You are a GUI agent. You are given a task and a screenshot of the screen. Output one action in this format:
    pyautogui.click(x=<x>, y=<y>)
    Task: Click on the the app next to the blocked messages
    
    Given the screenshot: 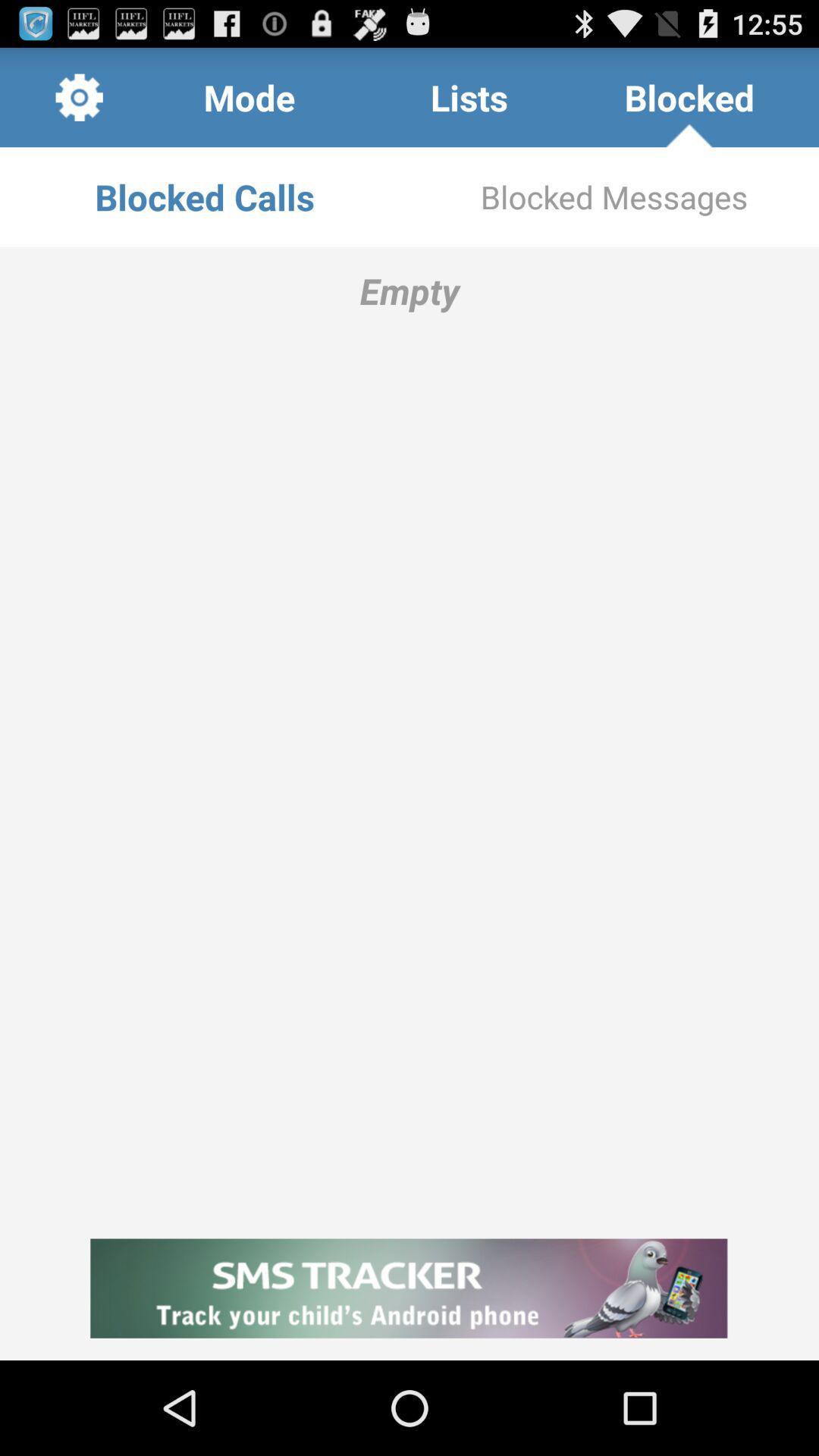 What is the action you would take?
    pyautogui.click(x=205, y=196)
    